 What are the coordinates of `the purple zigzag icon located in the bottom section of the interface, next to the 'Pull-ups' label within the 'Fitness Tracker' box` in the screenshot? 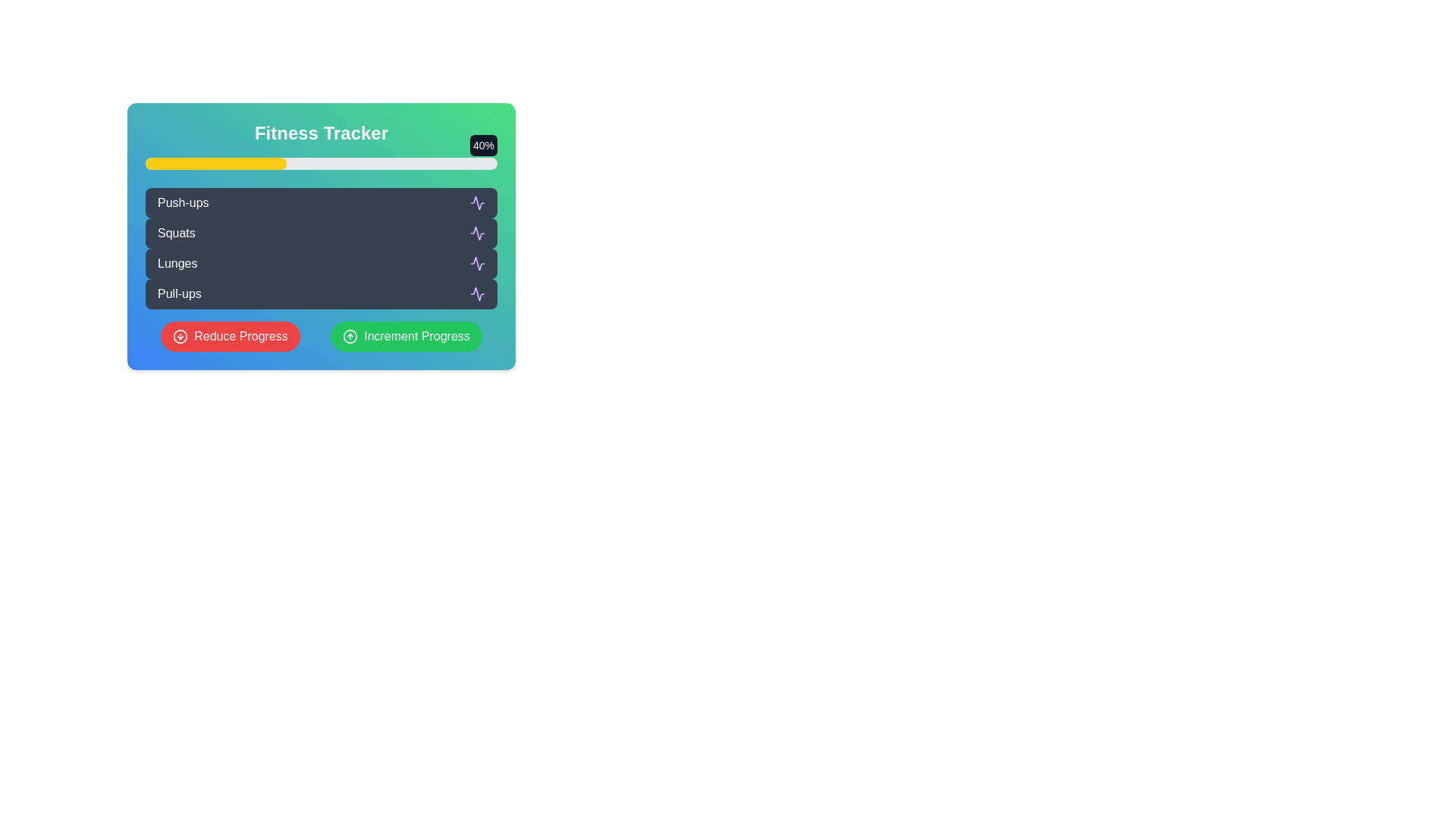 It's located at (476, 294).